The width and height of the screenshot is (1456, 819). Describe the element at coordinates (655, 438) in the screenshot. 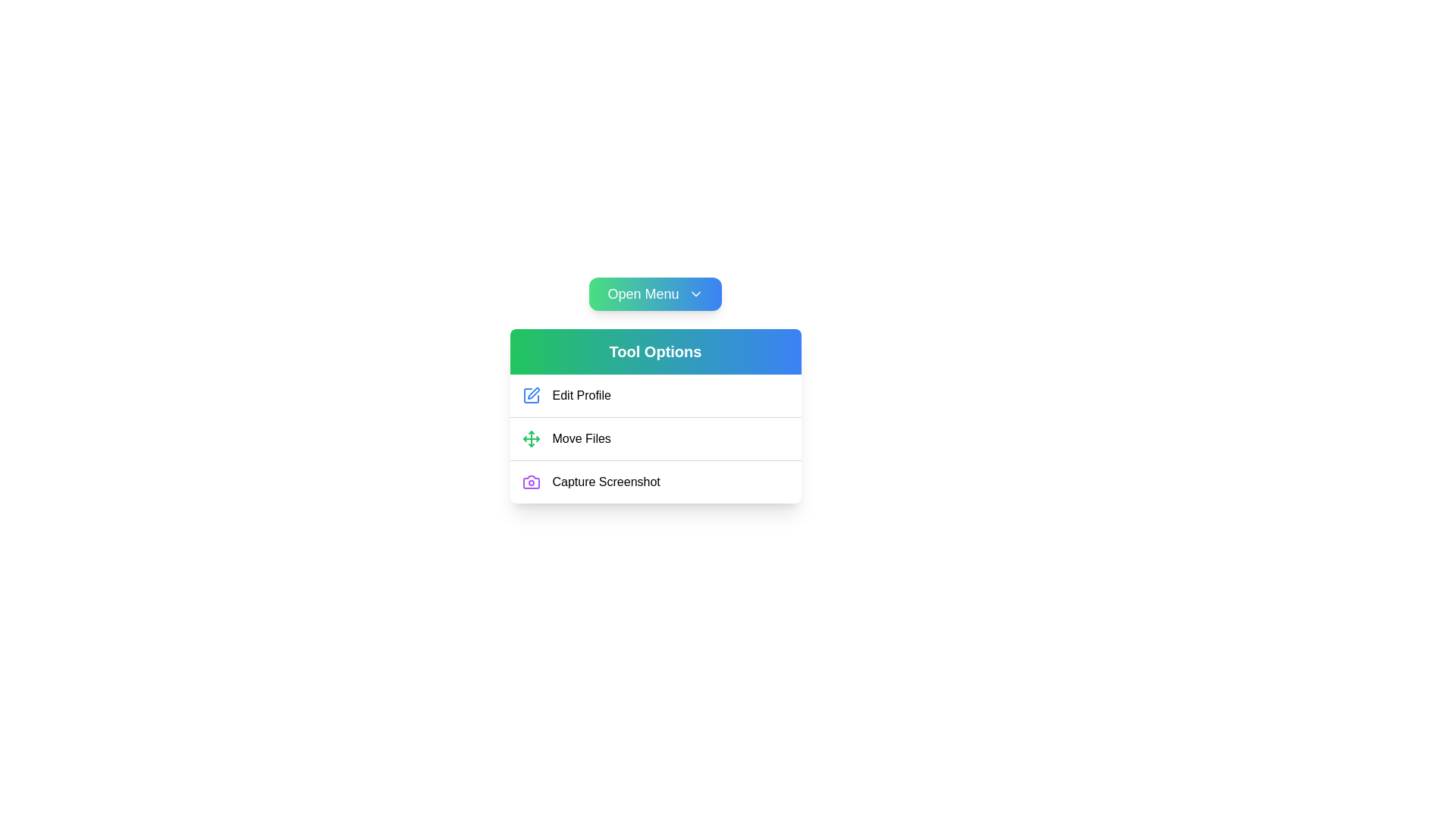

I see `the second entry in the 'Tool Options' dropdown menu to initiate the file-moving process` at that location.